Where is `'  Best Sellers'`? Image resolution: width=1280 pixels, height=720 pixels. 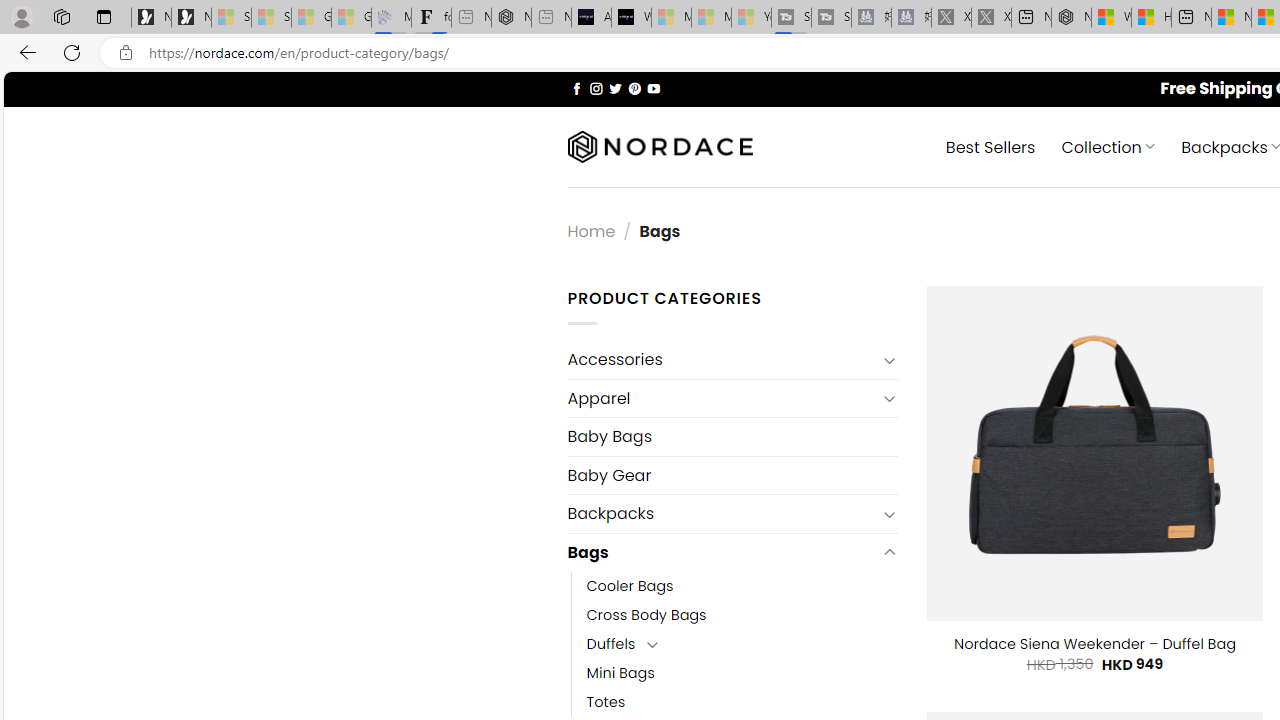
'  Best Sellers' is located at coordinates (990, 145).